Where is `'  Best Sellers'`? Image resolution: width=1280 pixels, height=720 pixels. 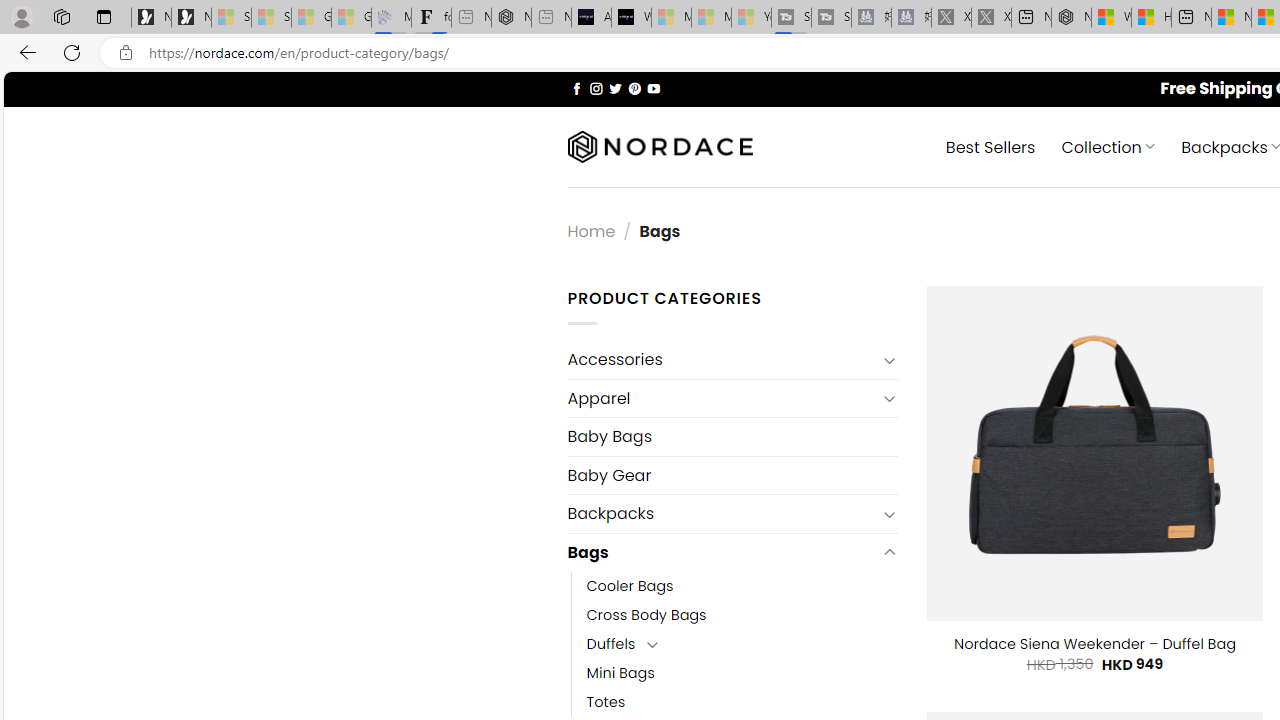
'  Best Sellers' is located at coordinates (990, 145).